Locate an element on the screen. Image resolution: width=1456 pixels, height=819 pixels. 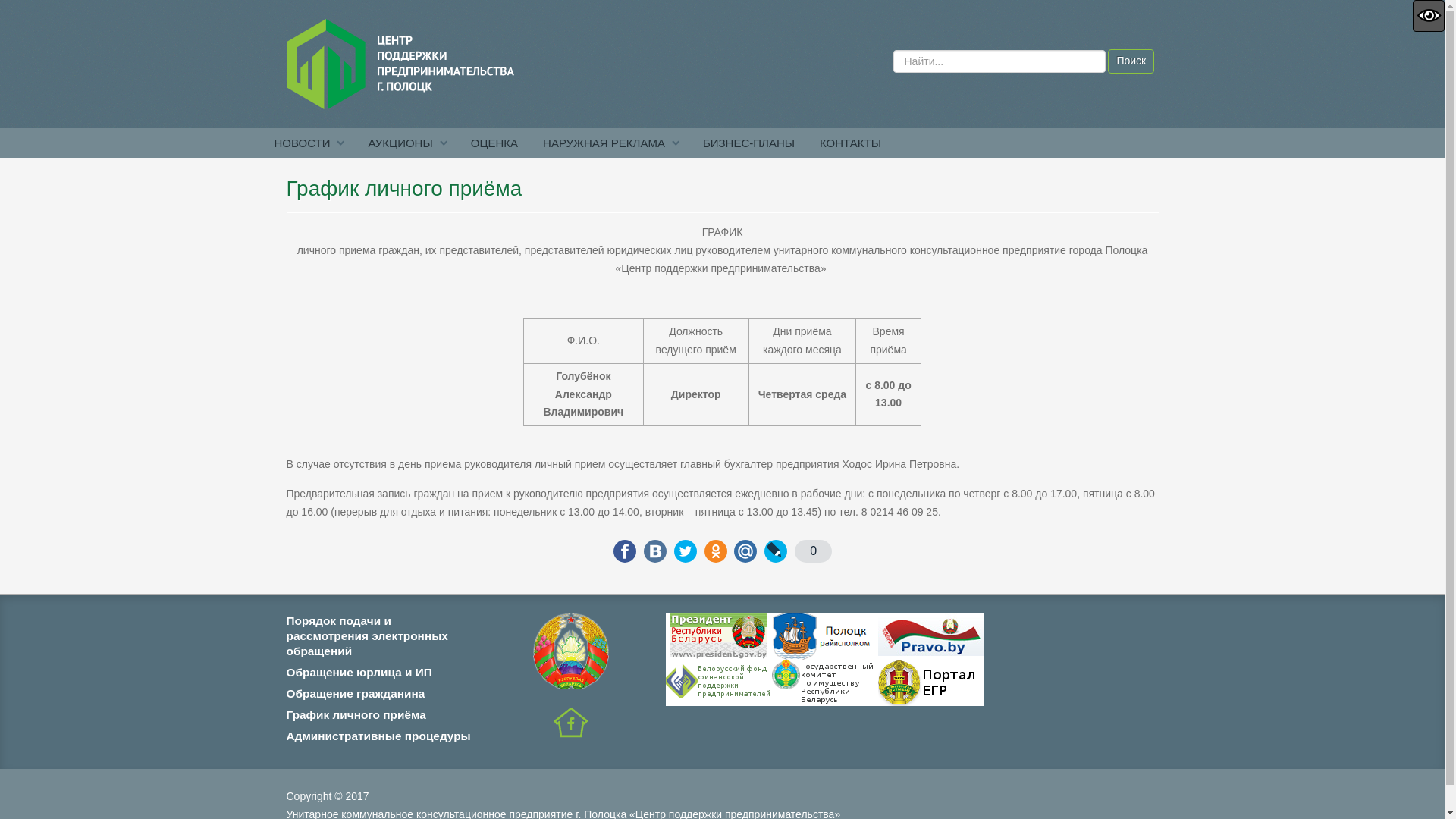
'LiveJournal' is located at coordinates (775, 551).